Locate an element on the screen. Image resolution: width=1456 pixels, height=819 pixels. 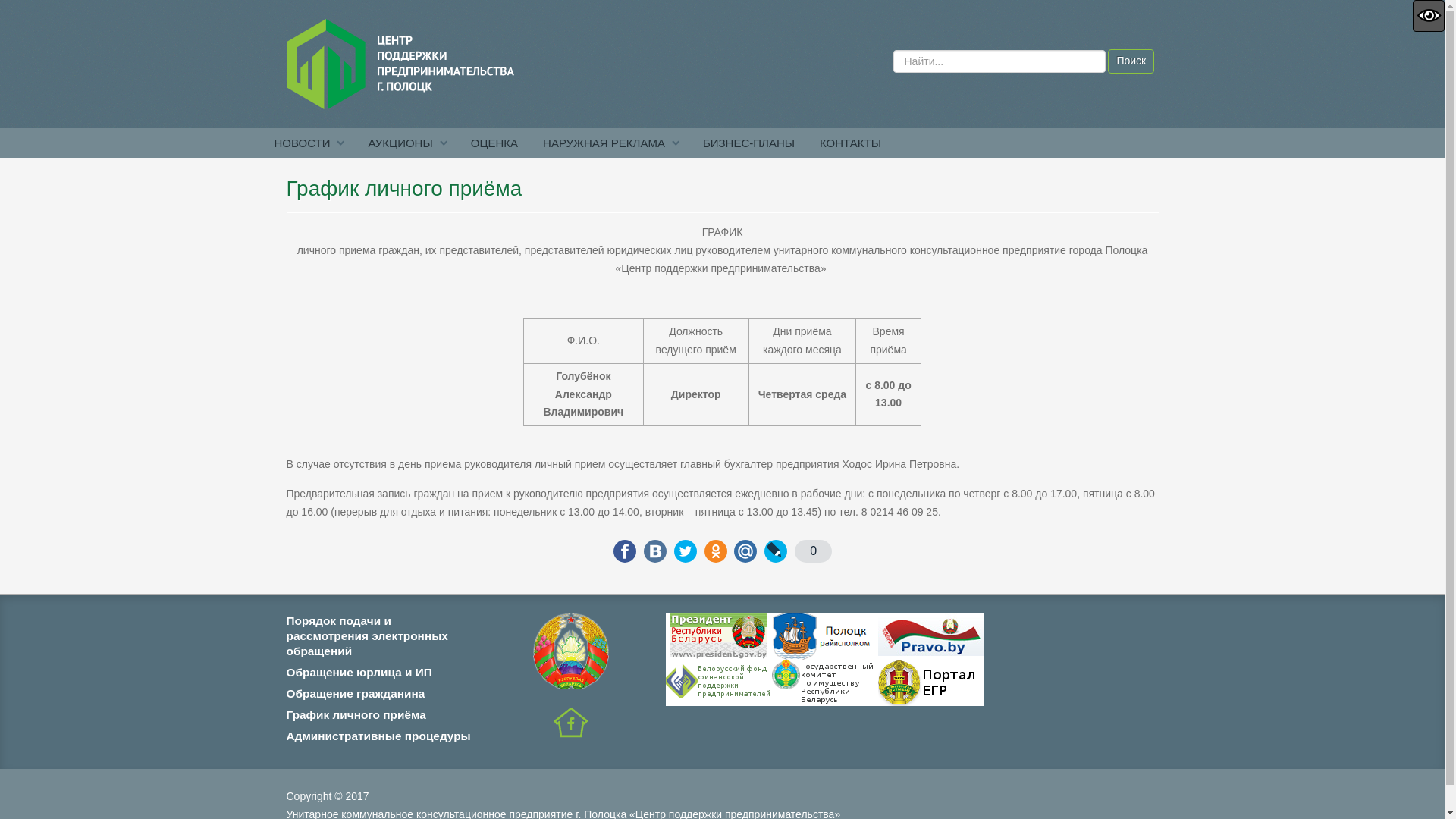
'LiveJournal' is located at coordinates (775, 551).